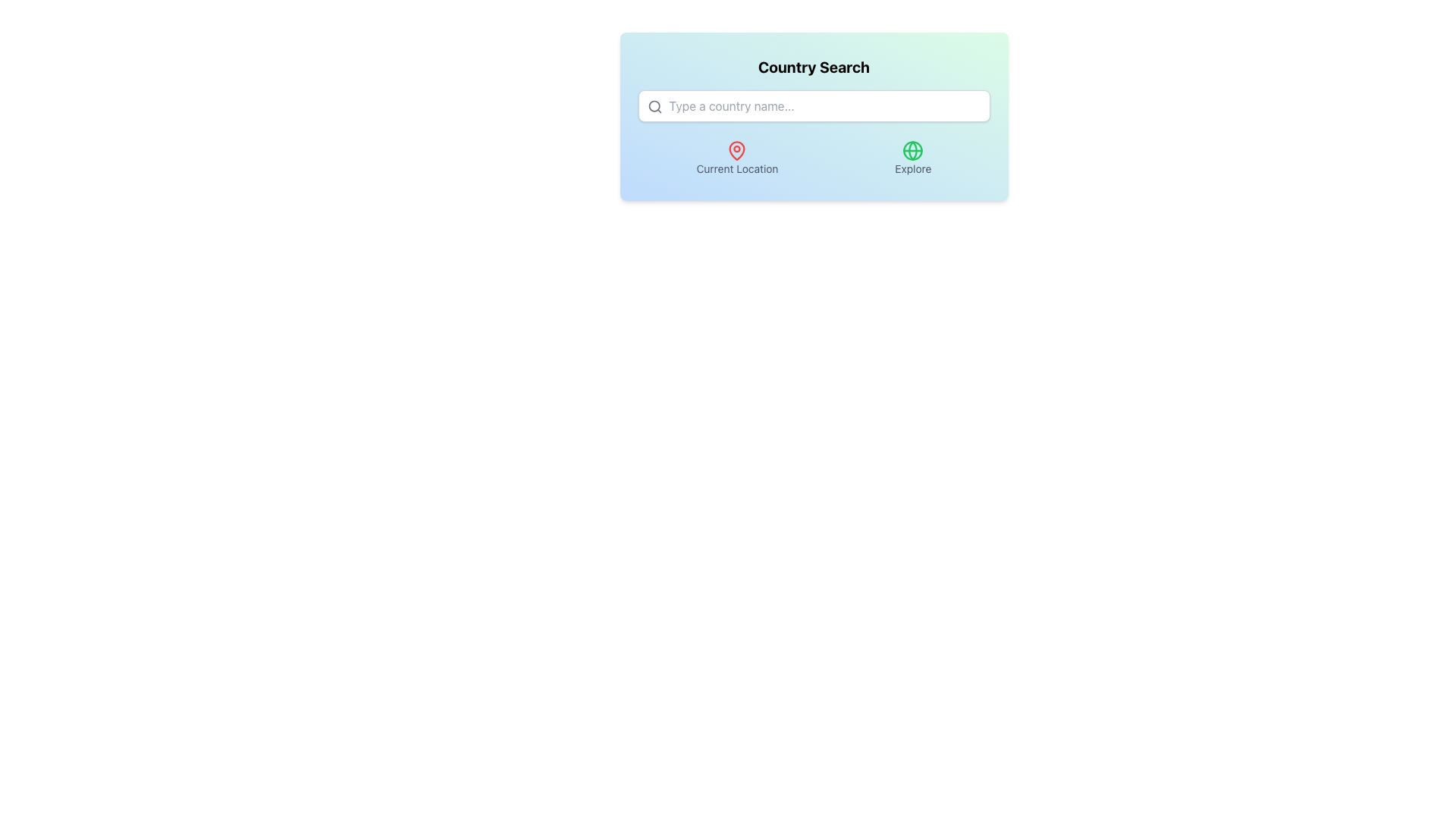 This screenshot has width=1456, height=819. Describe the element at coordinates (912, 169) in the screenshot. I see `the 'Explore' label, which is styled in a smaller font size and gray color, positioned directly beneath the globe icon` at that location.